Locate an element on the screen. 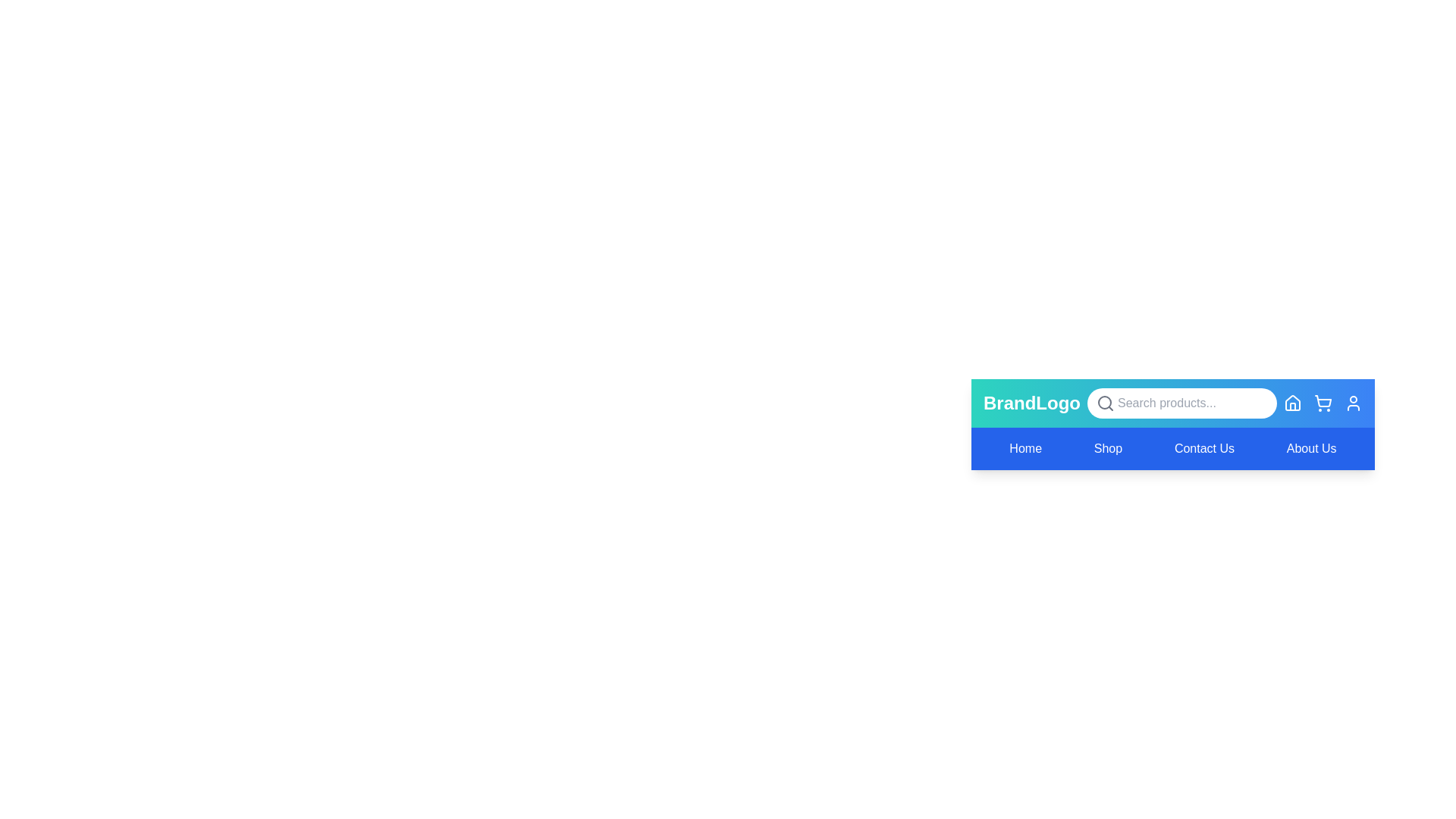 The height and width of the screenshot is (819, 1456). the search input field and type 'example query' is located at coordinates (1181, 403).